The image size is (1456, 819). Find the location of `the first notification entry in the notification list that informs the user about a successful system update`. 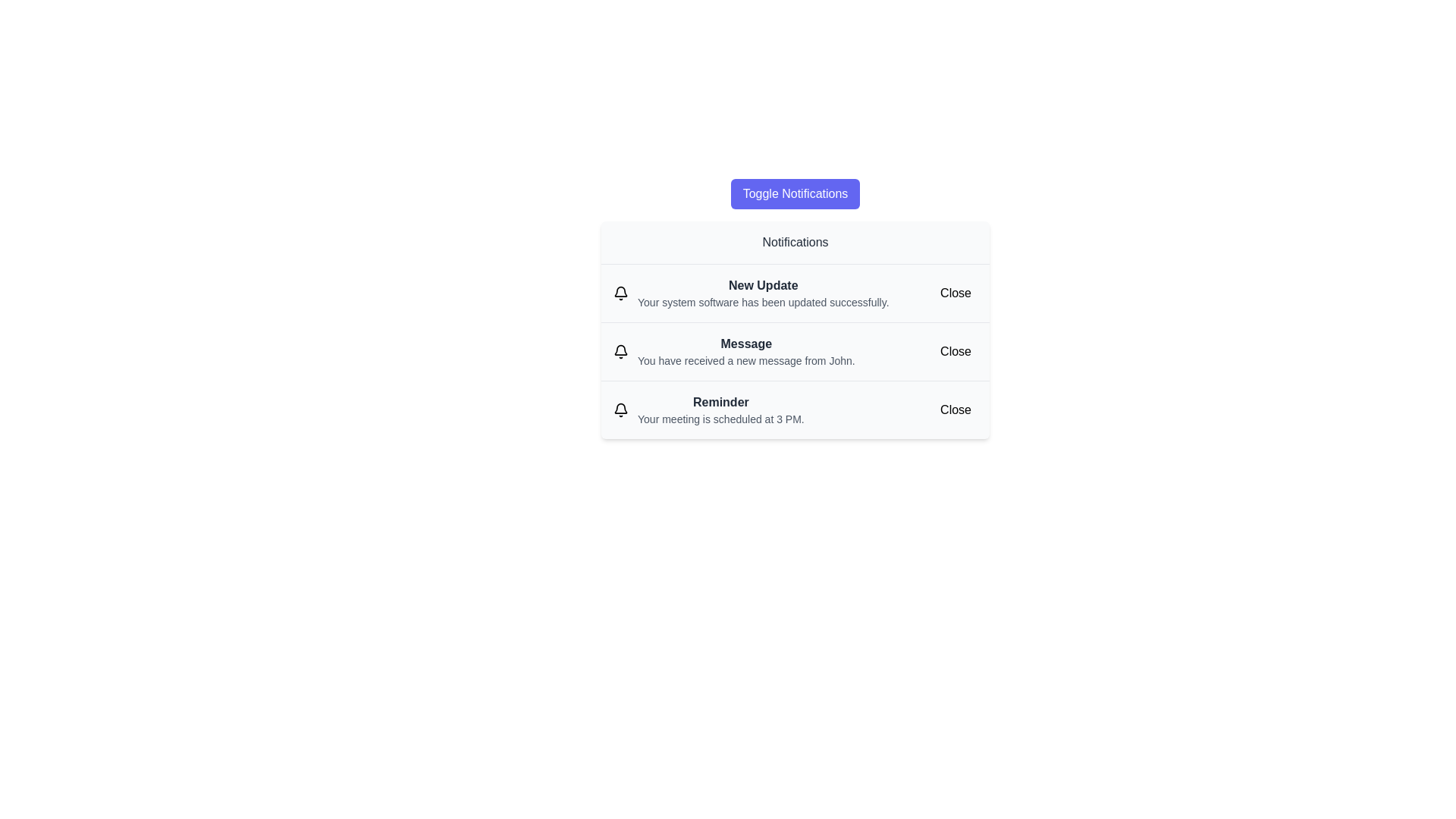

the first notification entry in the notification list that informs the user about a successful system update is located at coordinates (795, 293).